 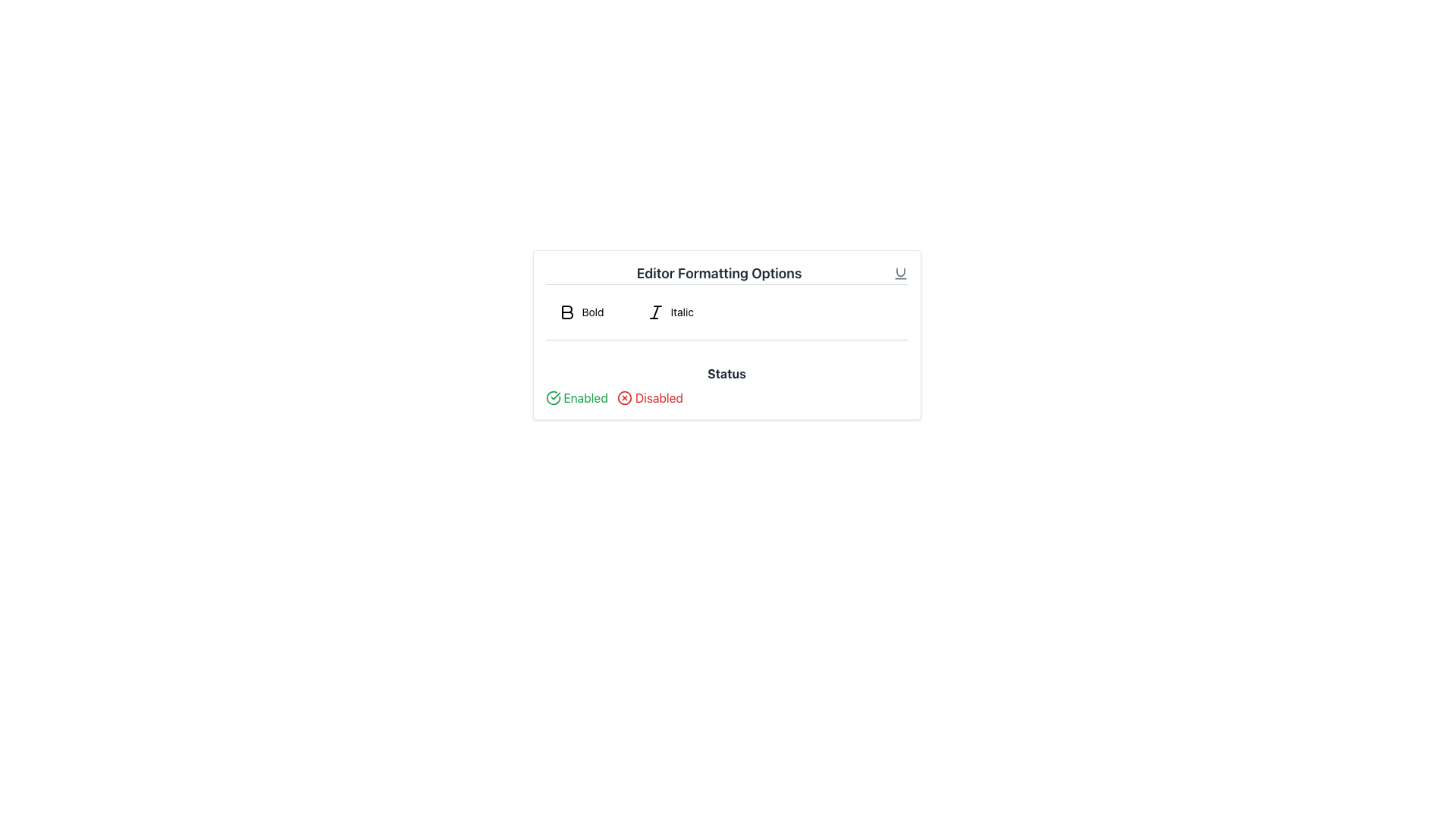 I want to click on the green checkmark icon enclosed in a circle, which indicates an enabled state, located to the left of the 'Enabled' label under the 'Status' header, so click(x=552, y=397).